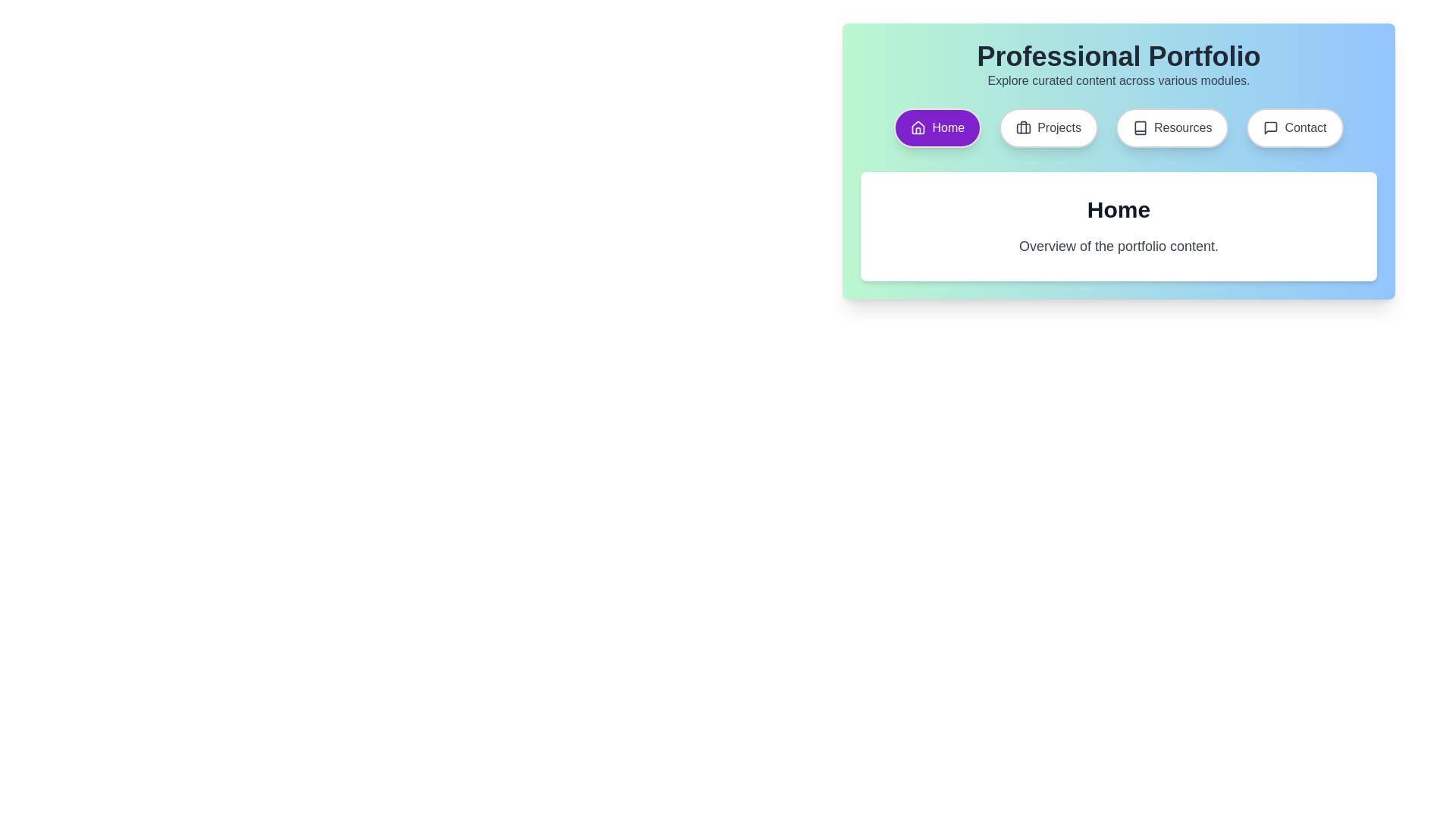  What do you see at coordinates (1294, 127) in the screenshot?
I see `the Contact tab to see the hover effect` at bounding box center [1294, 127].